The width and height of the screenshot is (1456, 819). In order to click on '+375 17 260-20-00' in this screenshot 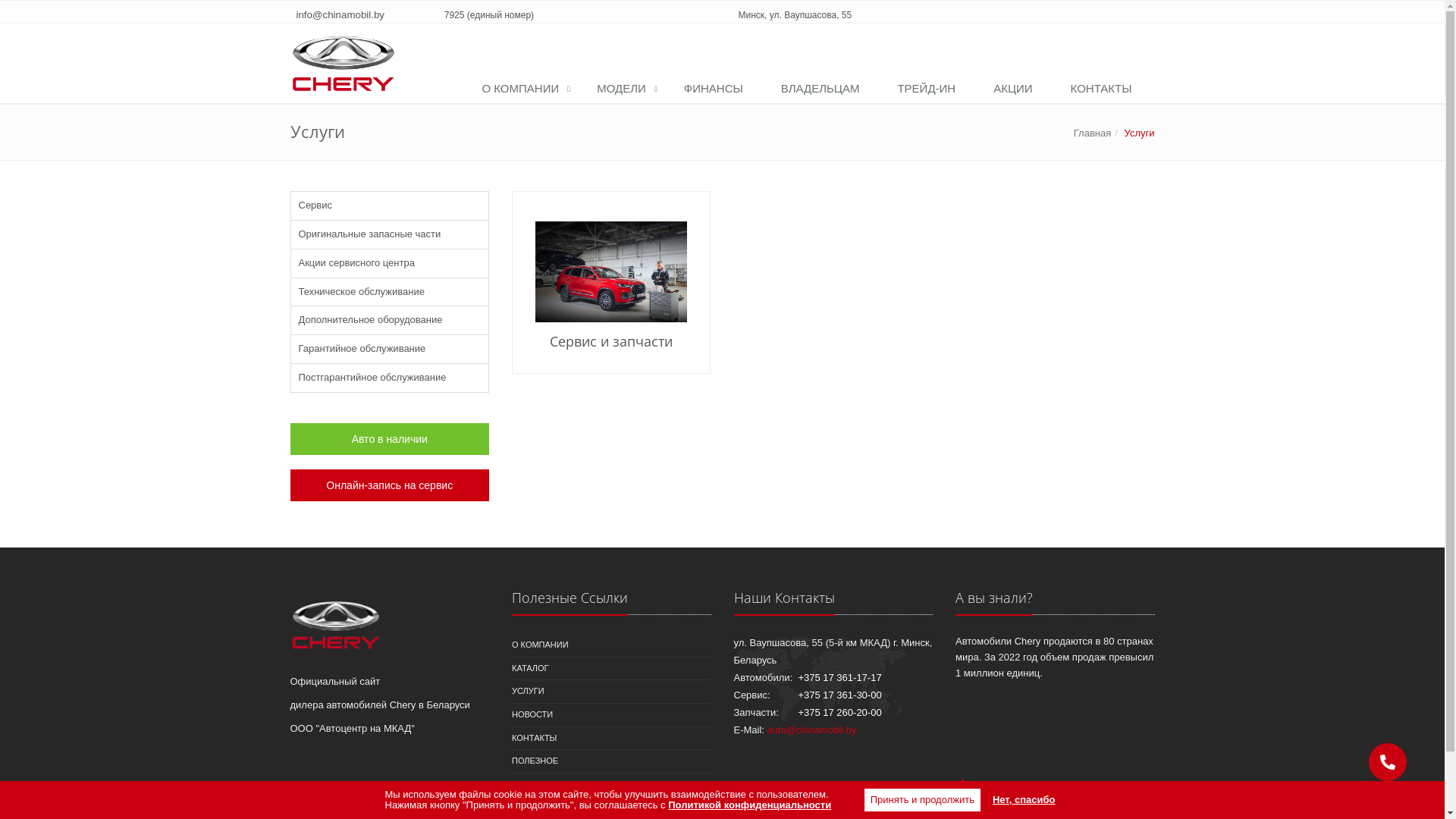, I will do `click(839, 712)`.